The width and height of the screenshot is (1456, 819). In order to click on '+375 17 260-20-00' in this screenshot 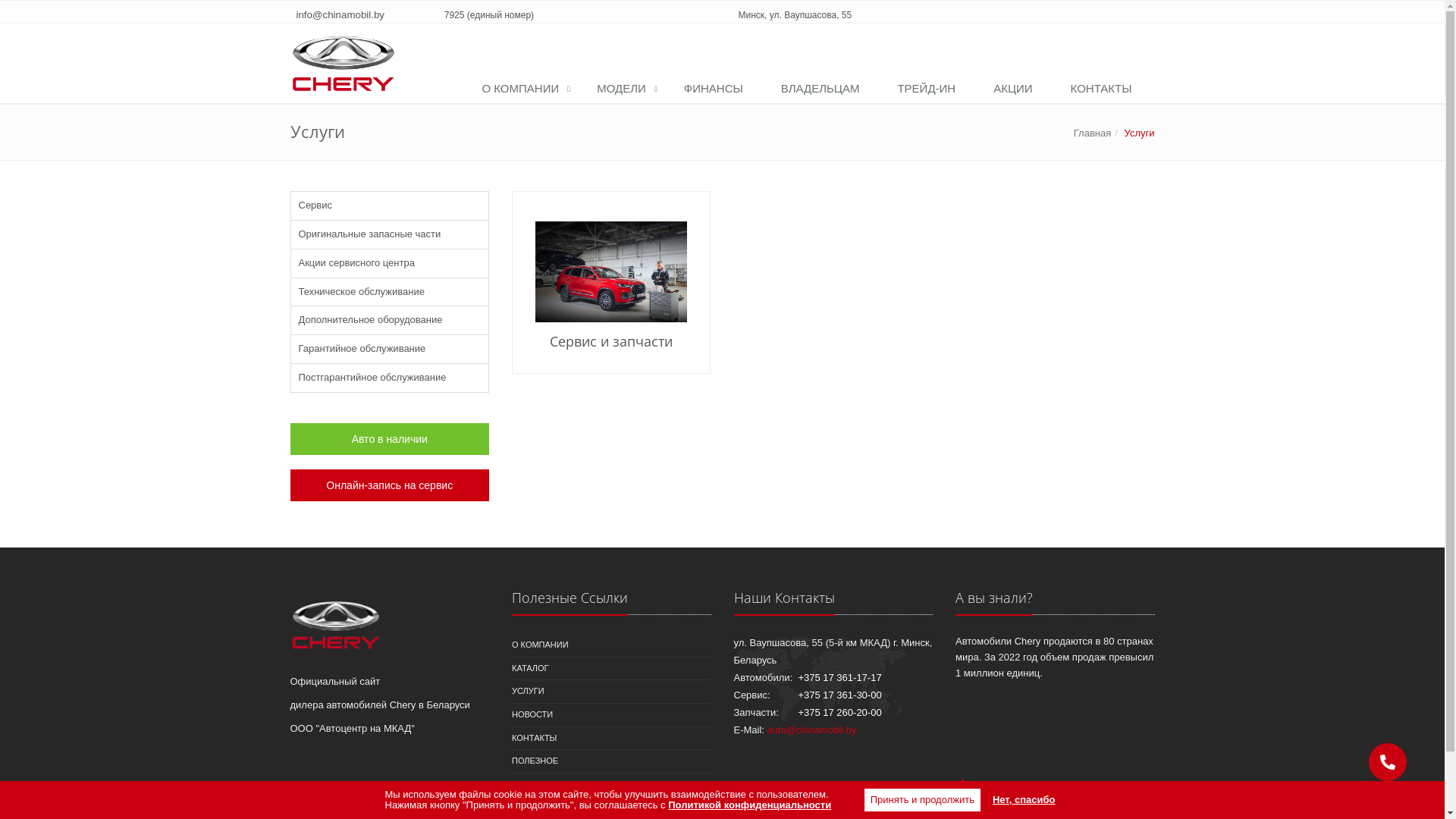, I will do `click(839, 712)`.